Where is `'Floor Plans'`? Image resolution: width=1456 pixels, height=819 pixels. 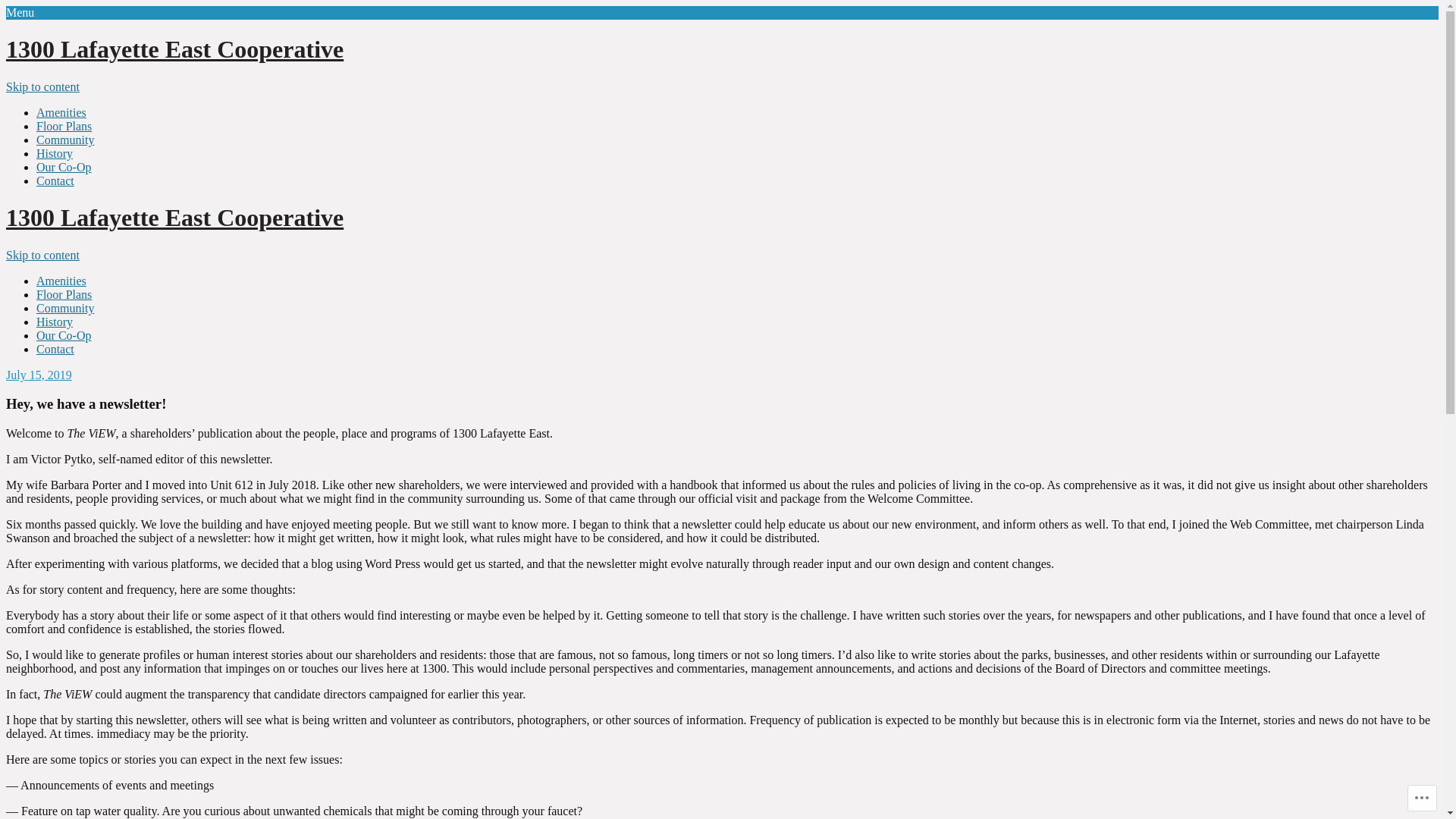
'Floor Plans' is located at coordinates (63, 294).